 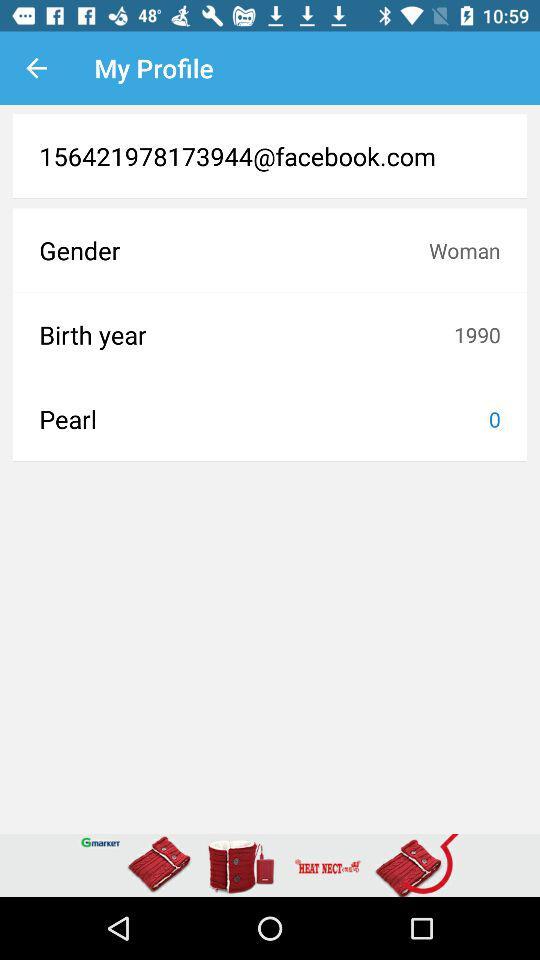 What do you see at coordinates (264, 418) in the screenshot?
I see `the item next to the 0` at bounding box center [264, 418].